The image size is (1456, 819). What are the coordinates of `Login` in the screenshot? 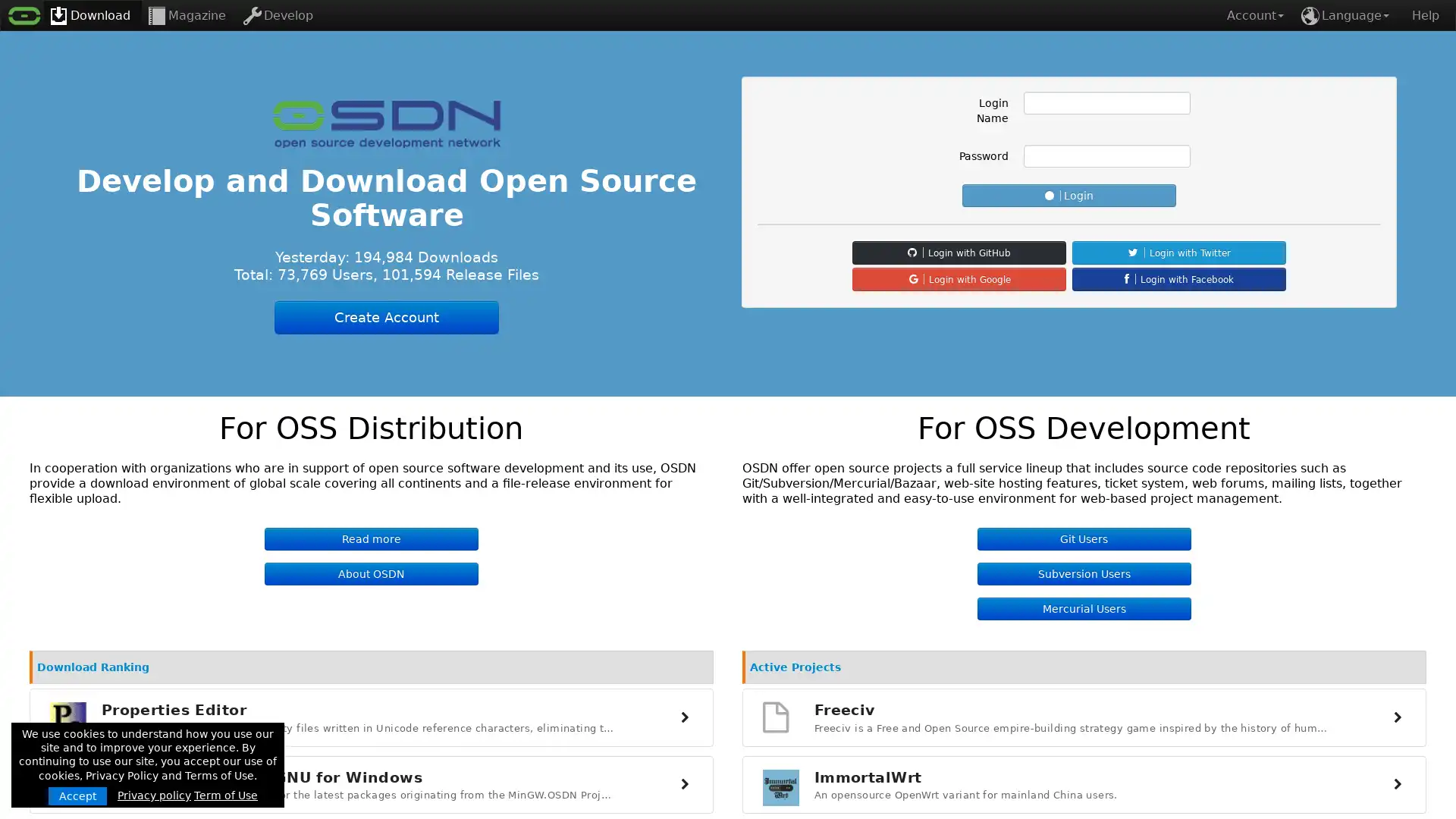 It's located at (1068, 195).